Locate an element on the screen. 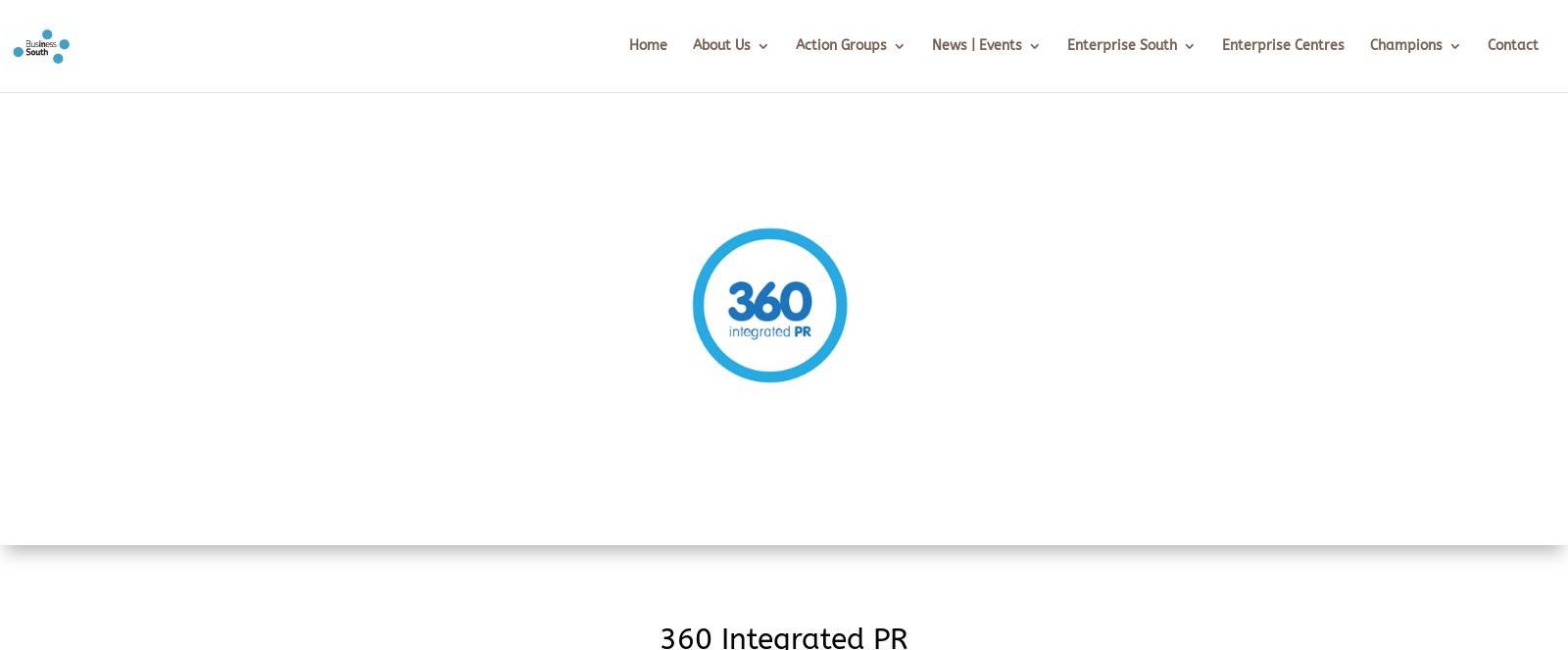  'Champion Area' is located at coordinates (1459, 173).